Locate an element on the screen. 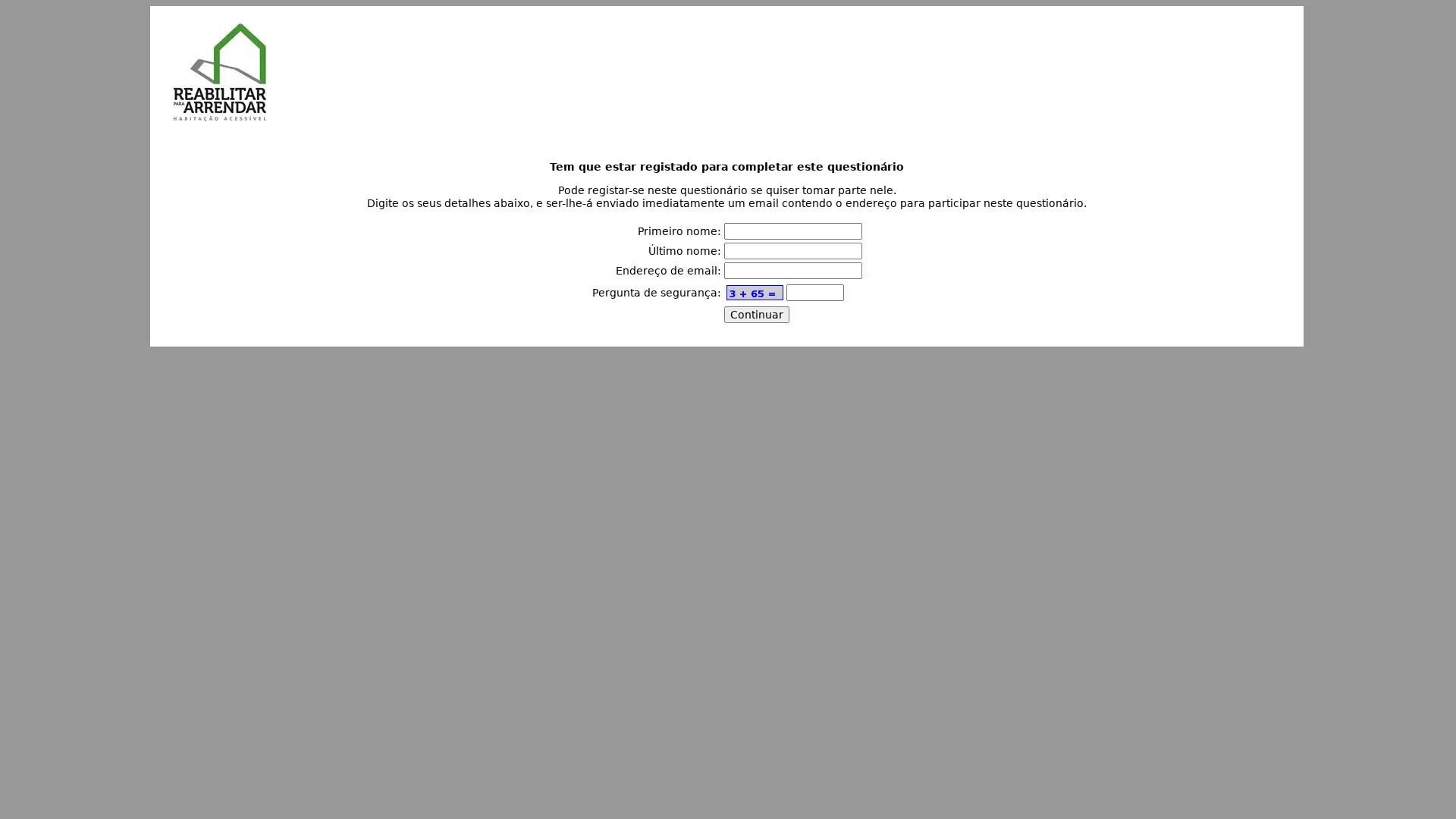 The width and height of the screenshot is (1456, 819). Continuar is located at coordinates (756, 314).